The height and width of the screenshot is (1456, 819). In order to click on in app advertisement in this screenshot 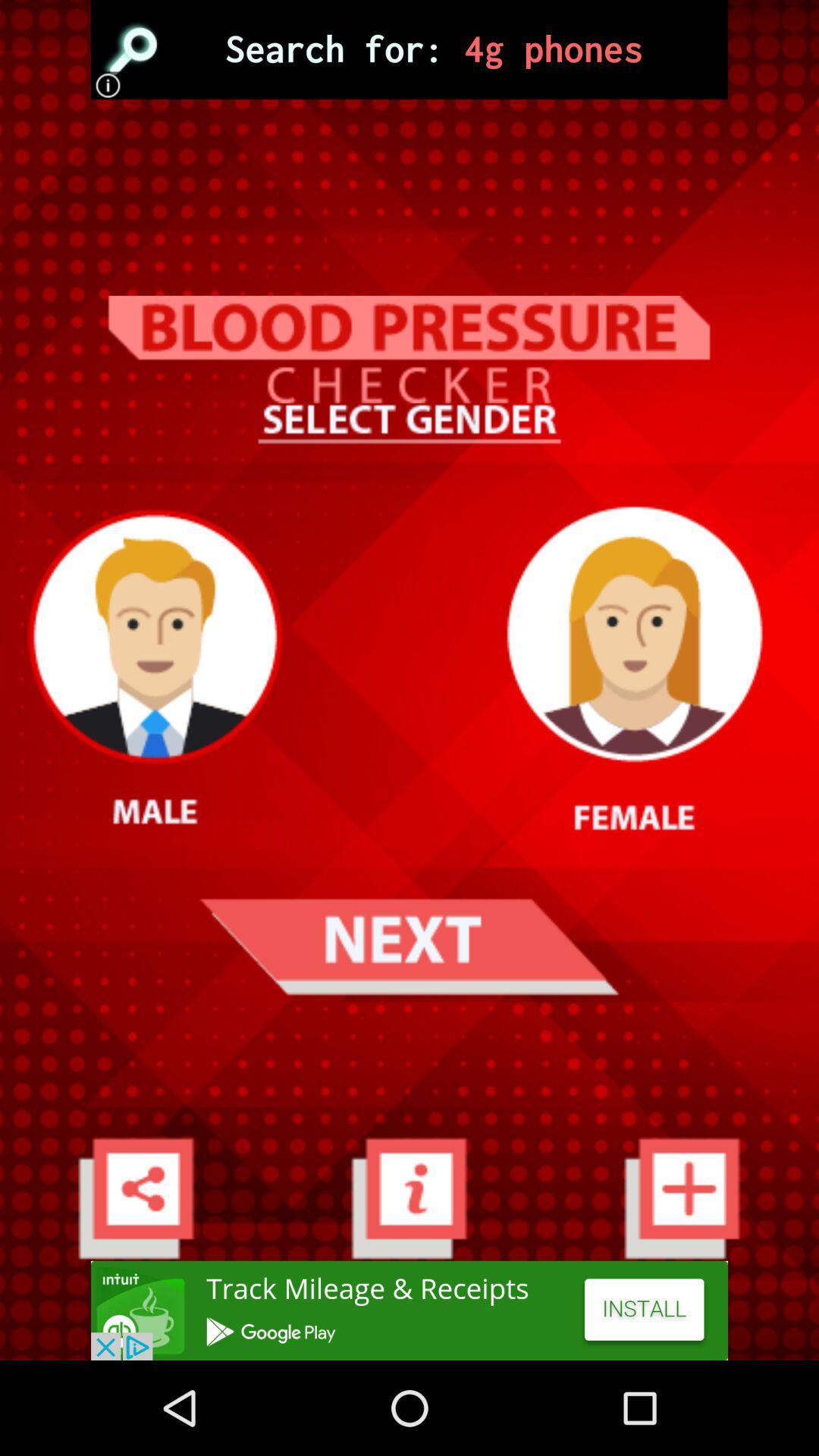, I will do `click(409, 1310)`.